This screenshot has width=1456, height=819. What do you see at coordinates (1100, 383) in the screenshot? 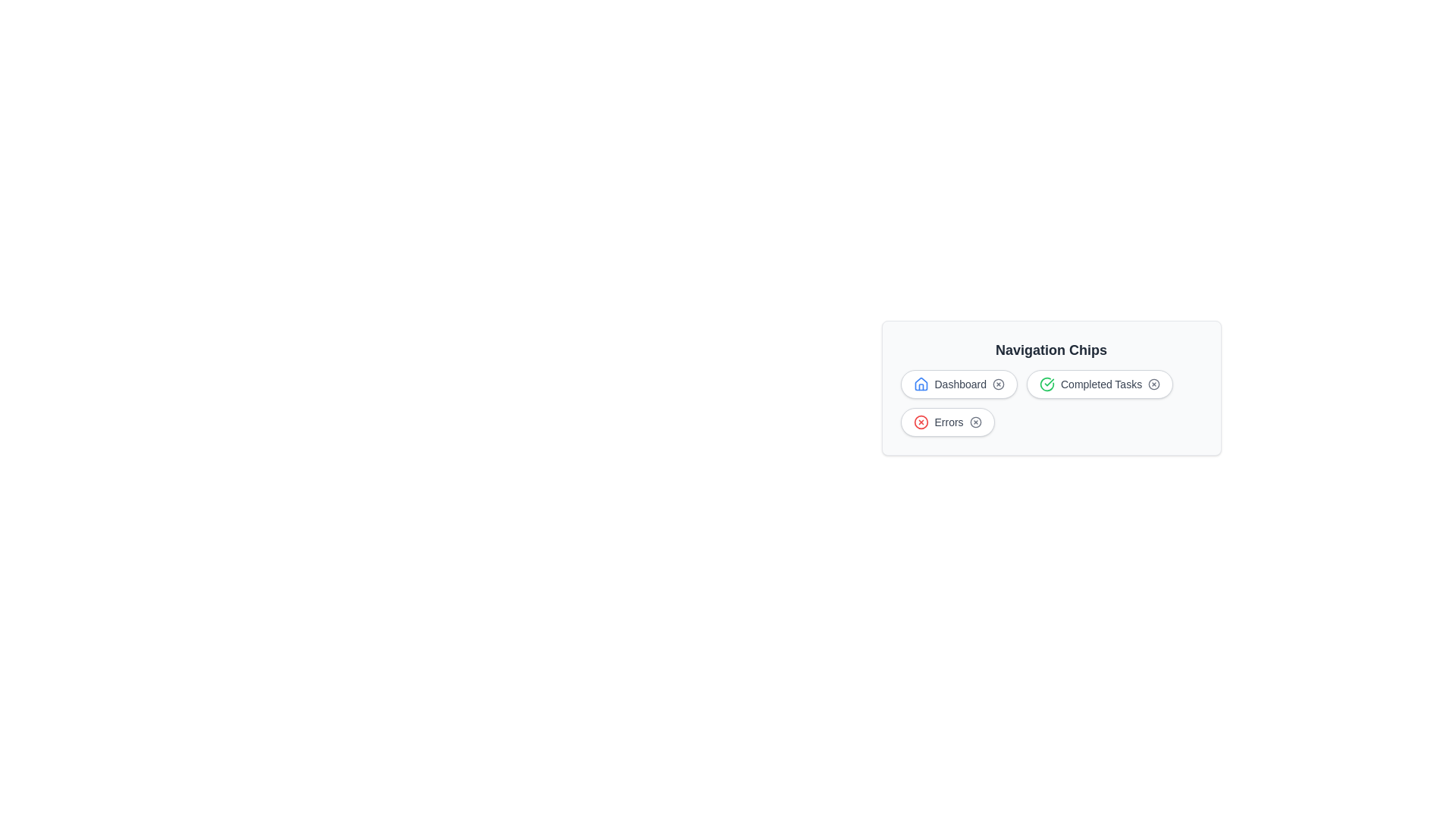
I see `the chip labeled Completed Tasks` at bounding box center [1100, 383].